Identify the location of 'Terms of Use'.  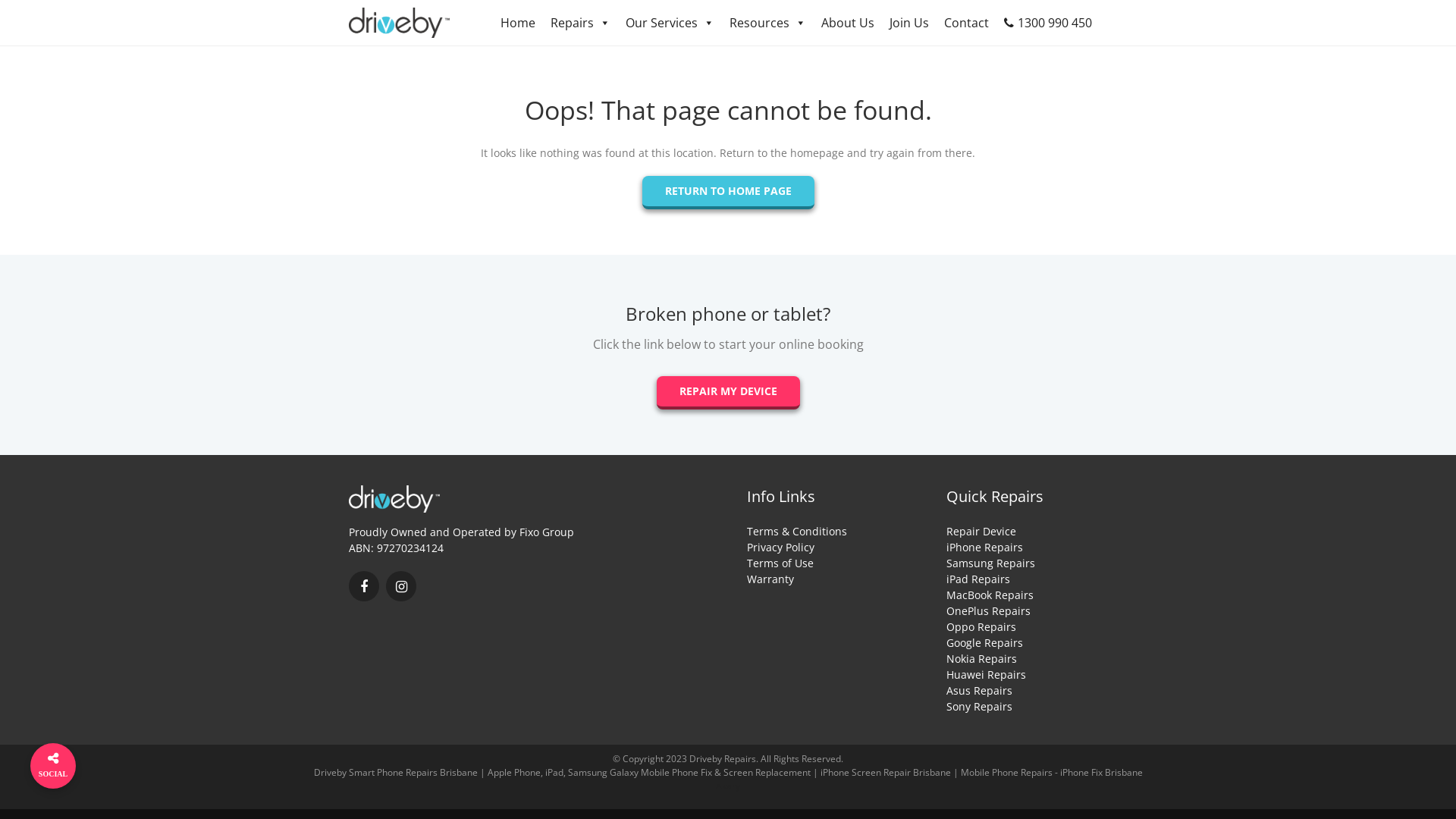
(780, 563).